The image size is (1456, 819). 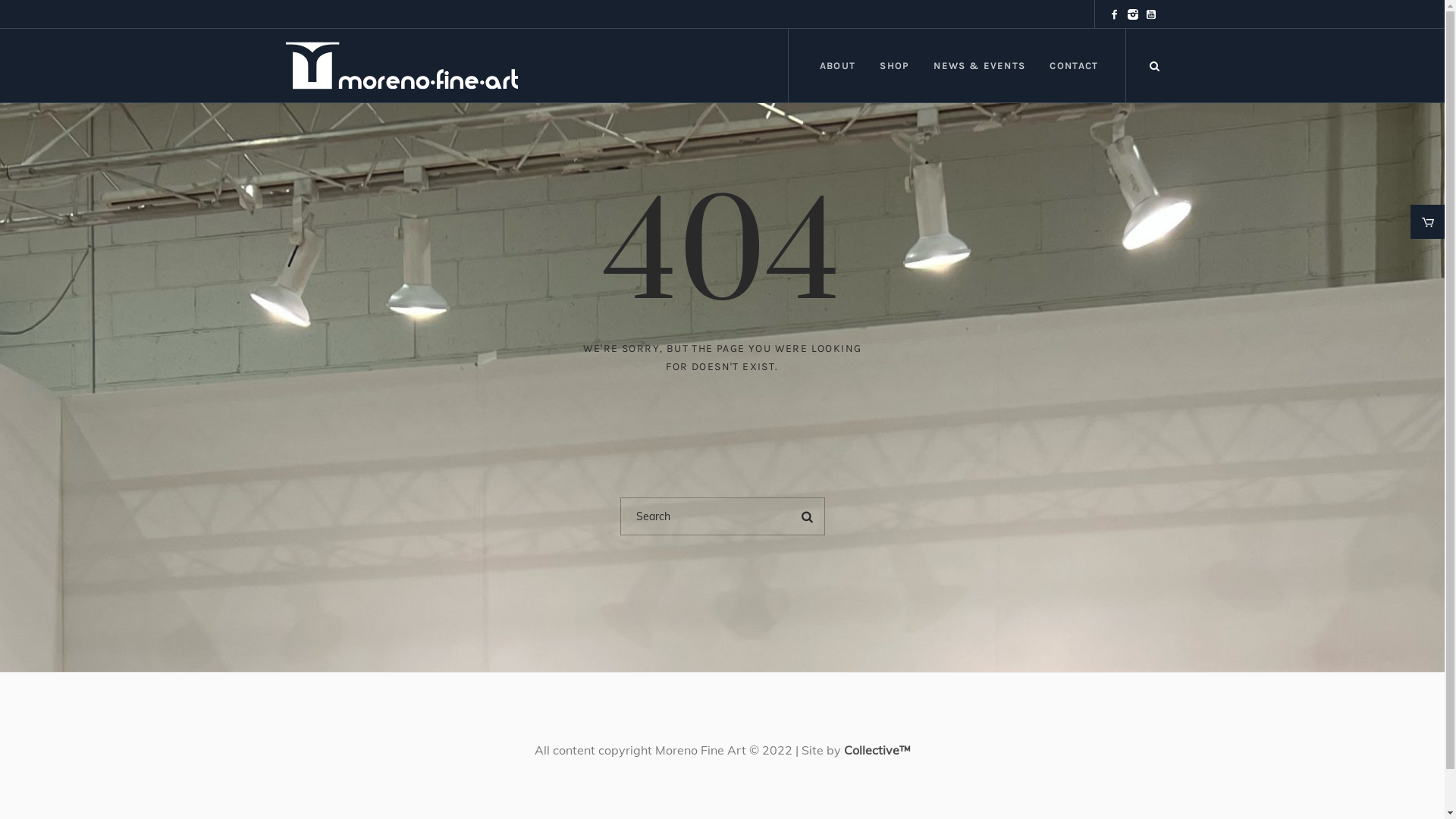 What do you see at coordinates (1150, 14) in the screenshot?
I see `'YouTube'` at bounding box center [1150, 14].